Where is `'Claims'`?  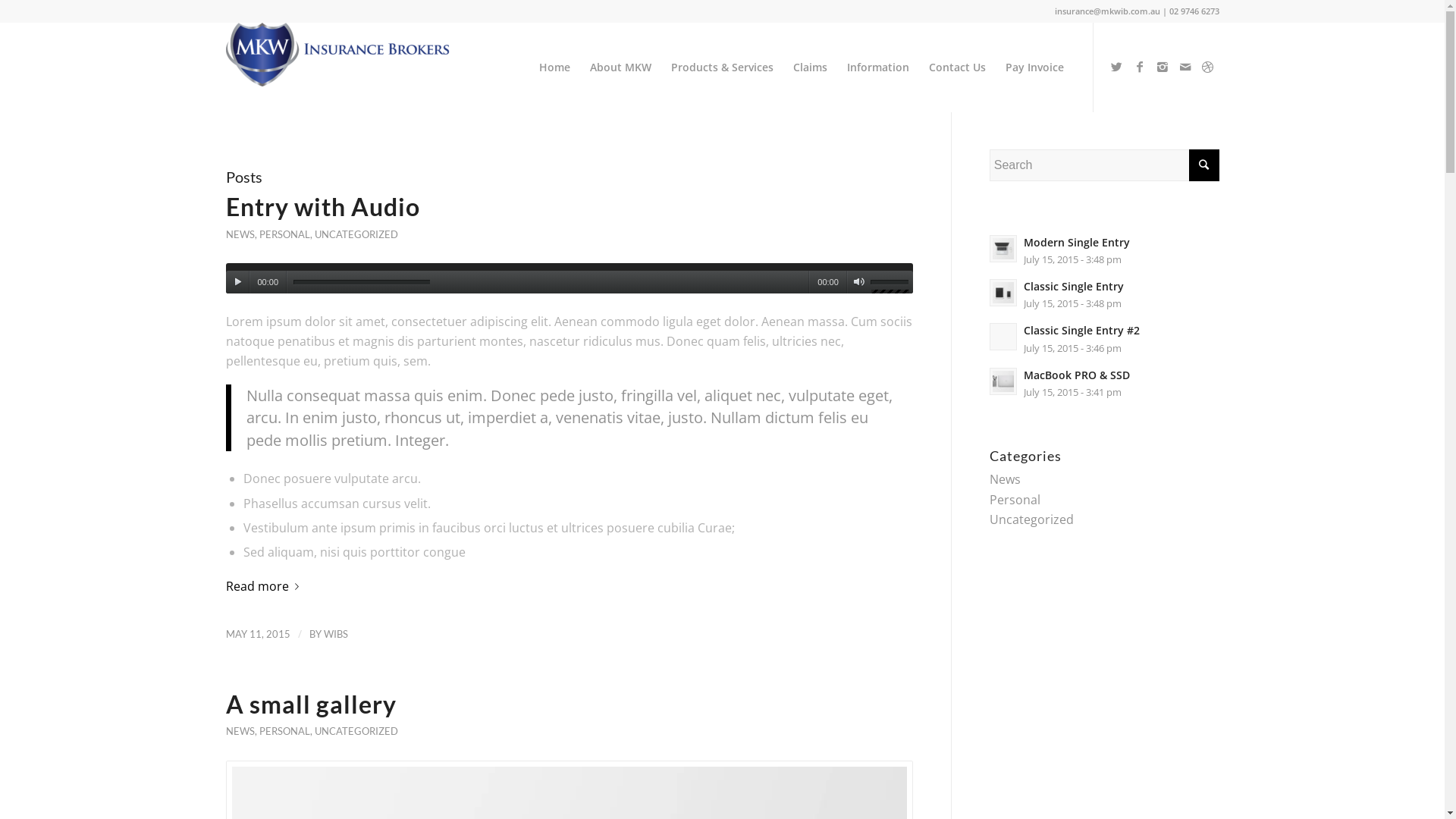
'Claims' is located at coordinates (808, 66).